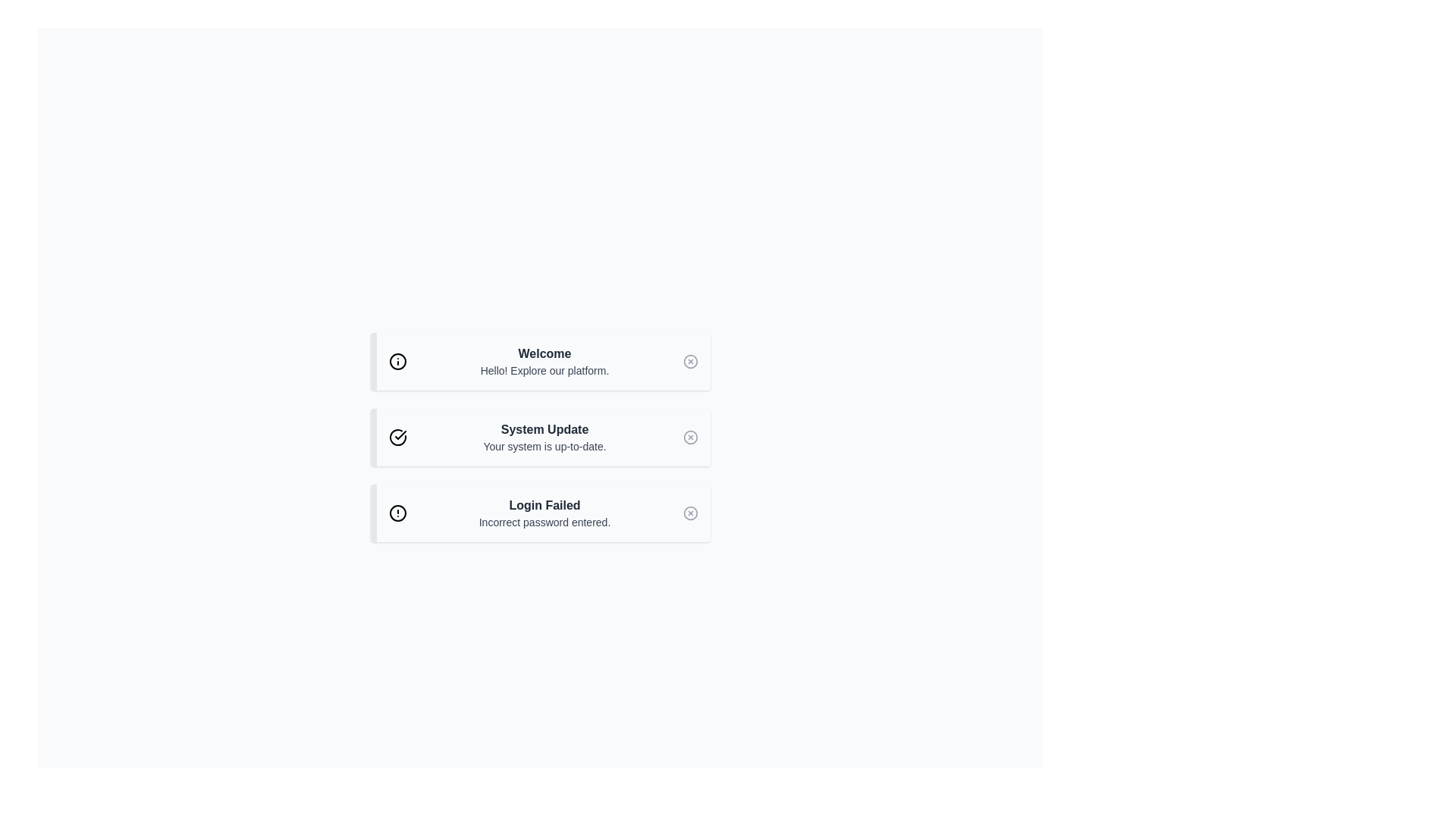 Image resolution: width=1456 pixels, height=819 pixels. Describe the element at coordinates (544, 371) in the screenshot. I see `the text element reading 'Hello! Explore our platform.' which is styled in light gray and positioned below the bold 'Welcome' text within its rectangular card` at that location.